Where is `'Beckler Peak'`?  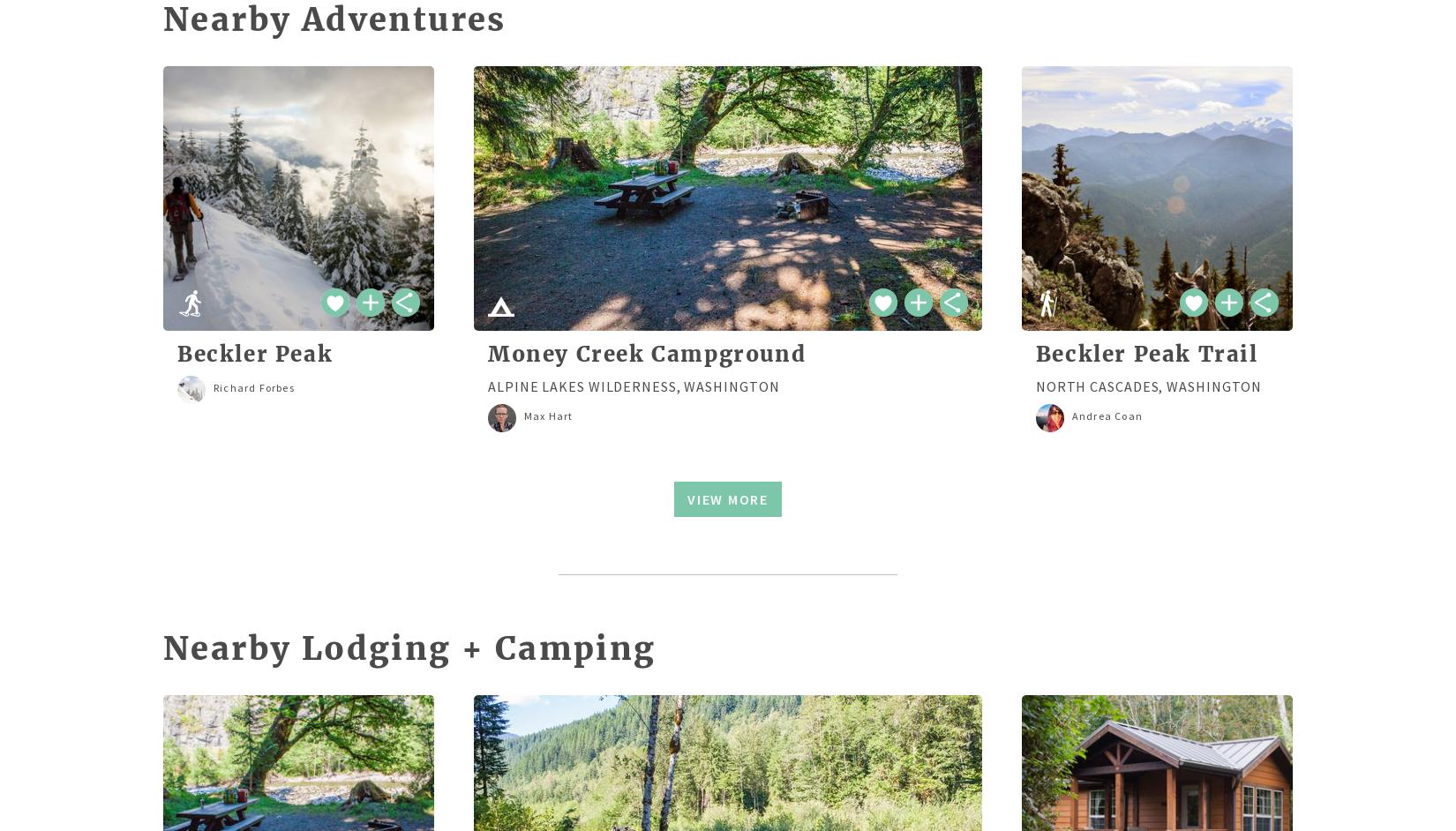 'Beckler Peak' is located at coordinates (255, 354).